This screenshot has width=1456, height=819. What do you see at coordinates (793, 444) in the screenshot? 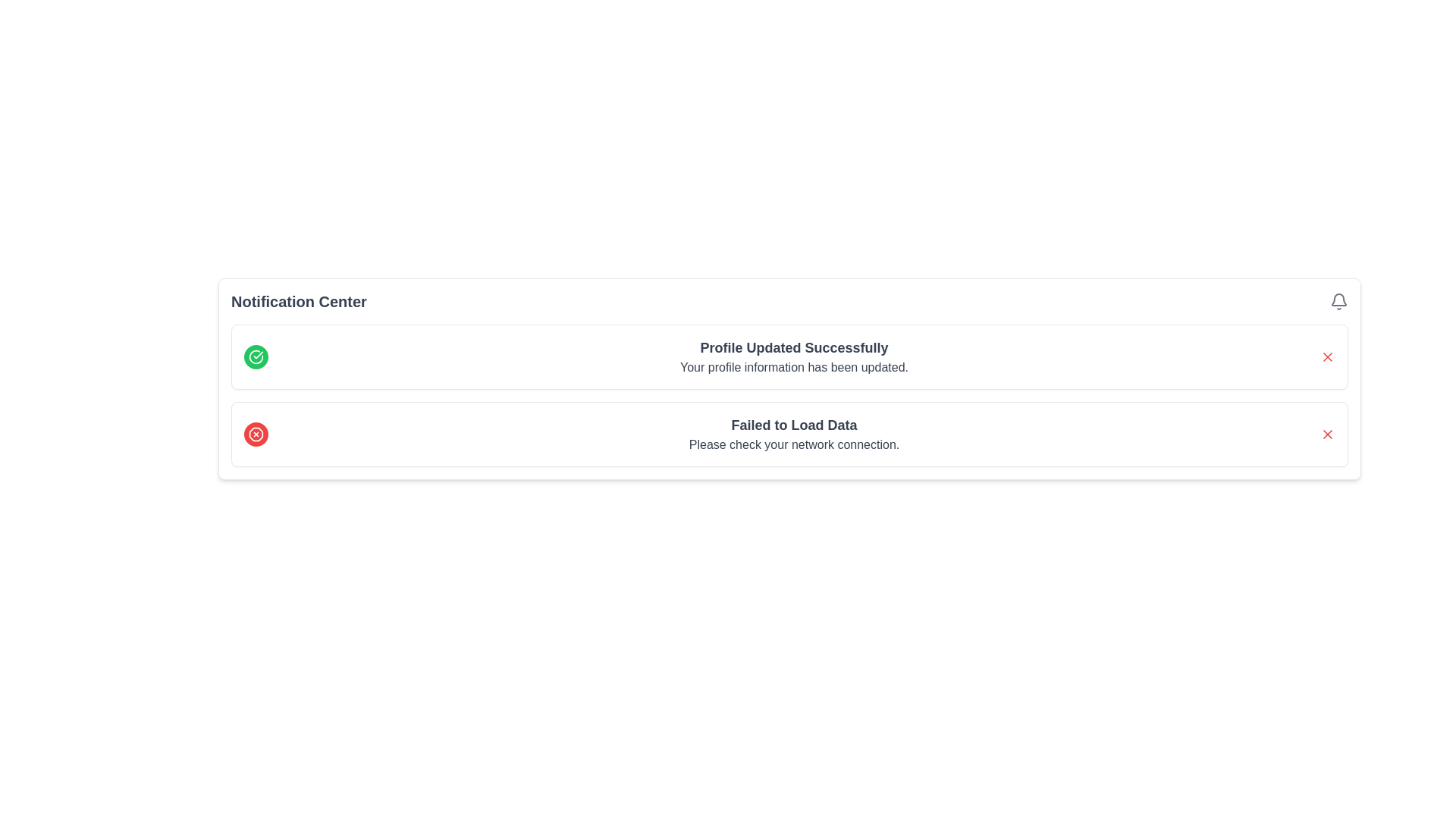
I see `the text label displaying 'Please check your network connection.' which is positioned below the title 'Failed to Load Data' in the notification card` at bounding box center [793, 444].